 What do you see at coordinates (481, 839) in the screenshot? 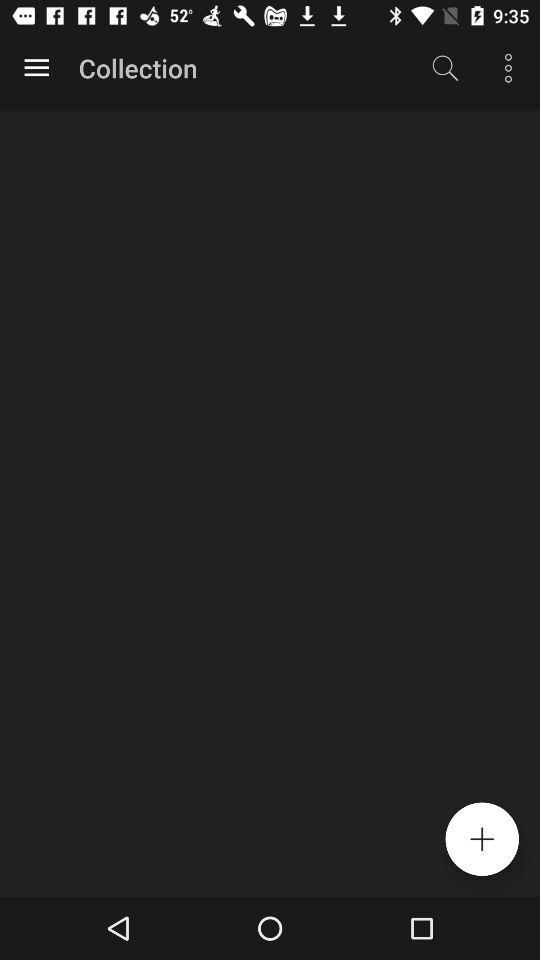
I see `the add icon` at bounding box center [481, 839].